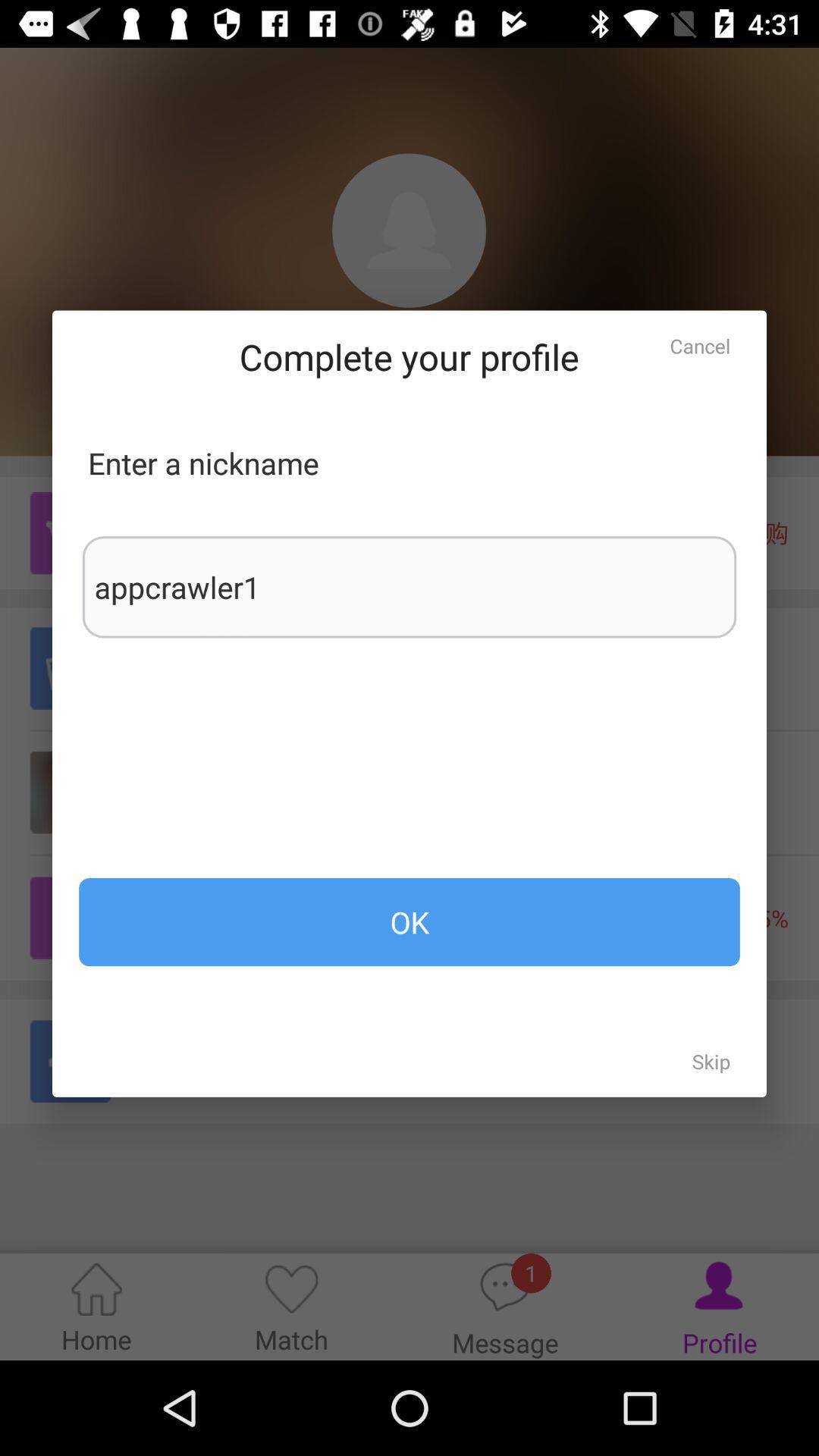 This screenshot has width=819, height=1456. What do you see at coordinates (409, 586) in the screenshot?
I see `the appcrawler1 item` at bounding box center [409, 586].